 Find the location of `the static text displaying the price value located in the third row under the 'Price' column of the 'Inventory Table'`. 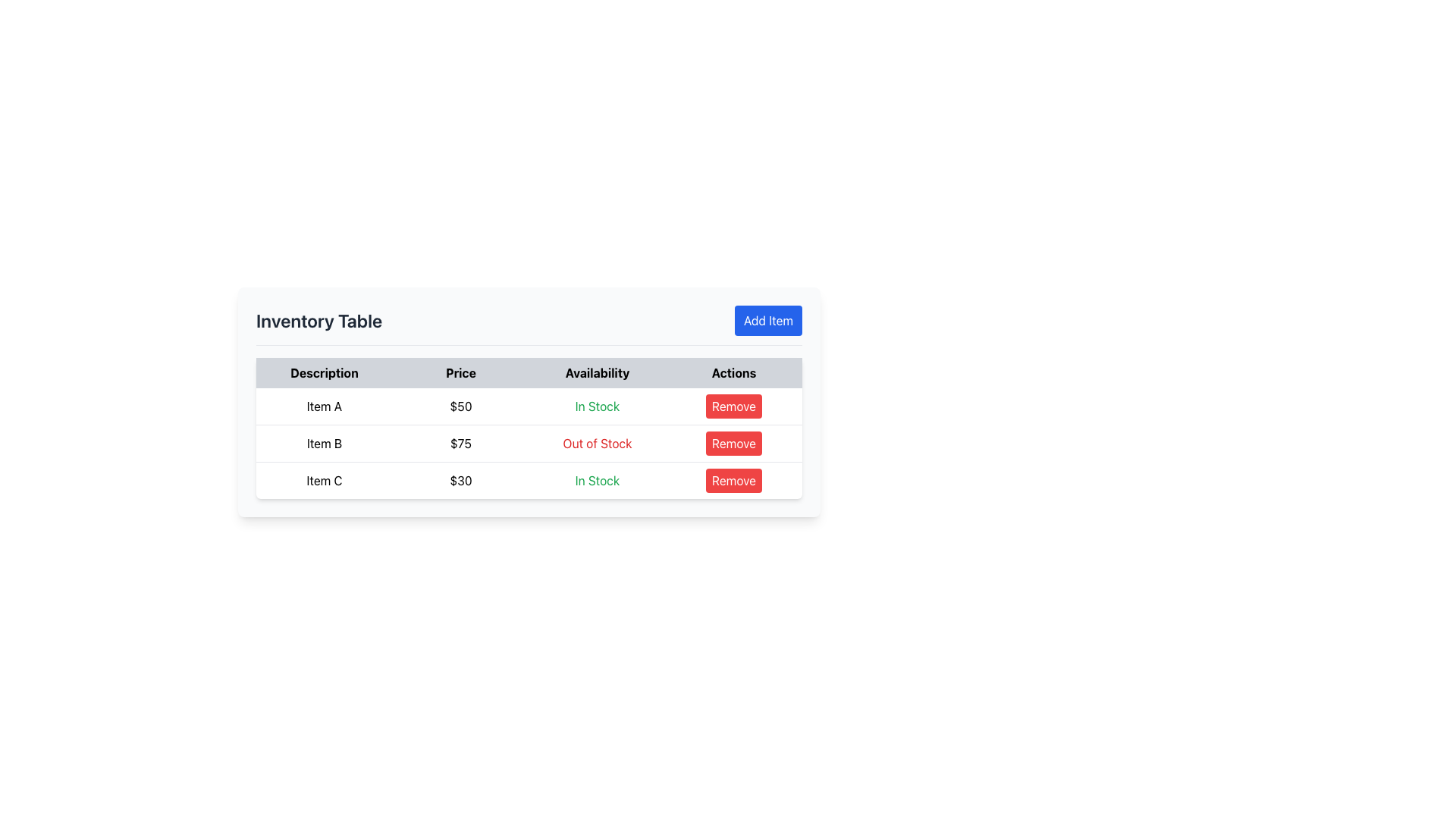

the static text displaying the price value located in the third row under the 'Price' column of the 'Inventory Table' is located at coordinates (460, 479).